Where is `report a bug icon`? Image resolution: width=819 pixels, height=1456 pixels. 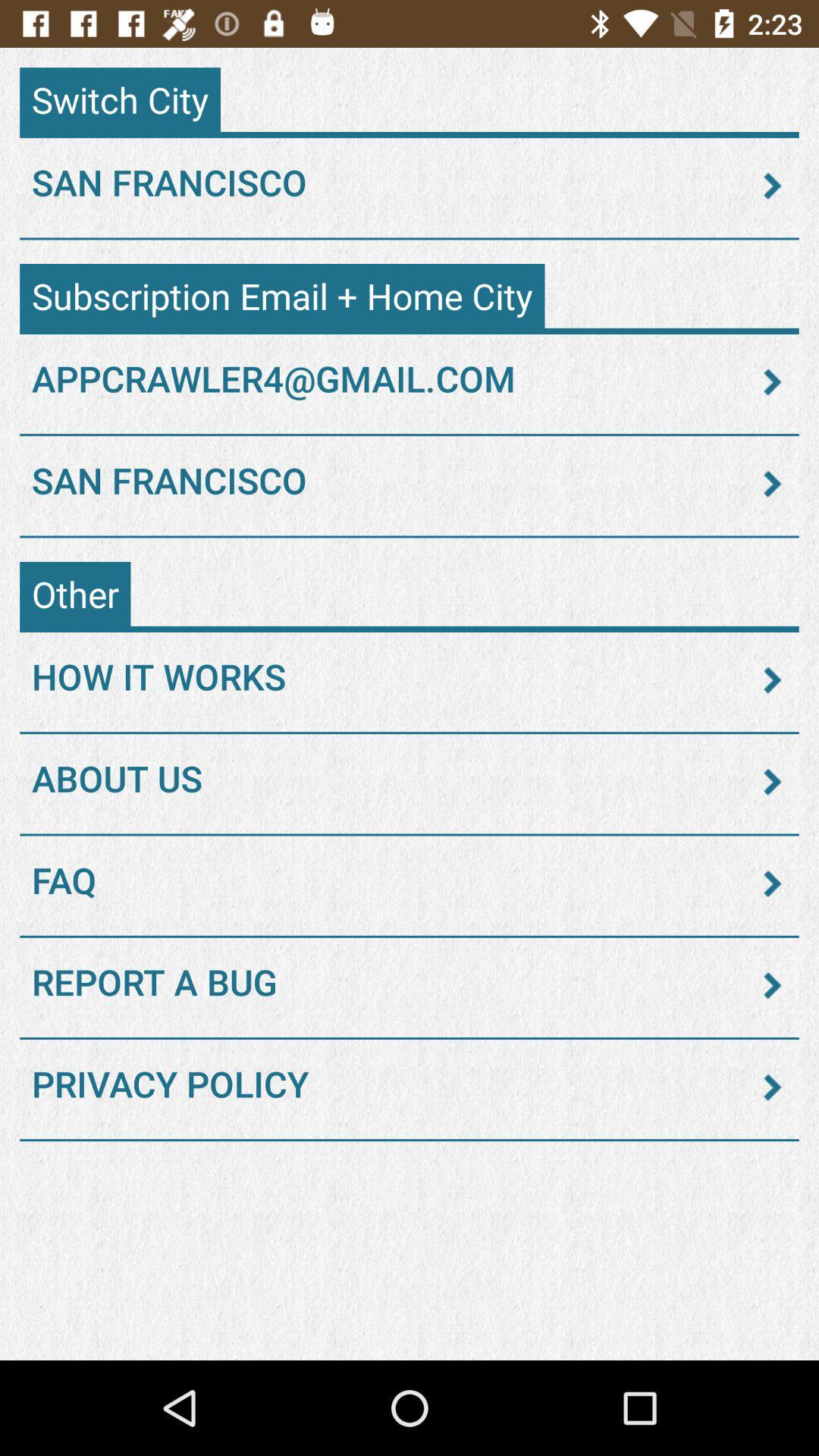
report a bug icon is located at coordinates (409, 985).